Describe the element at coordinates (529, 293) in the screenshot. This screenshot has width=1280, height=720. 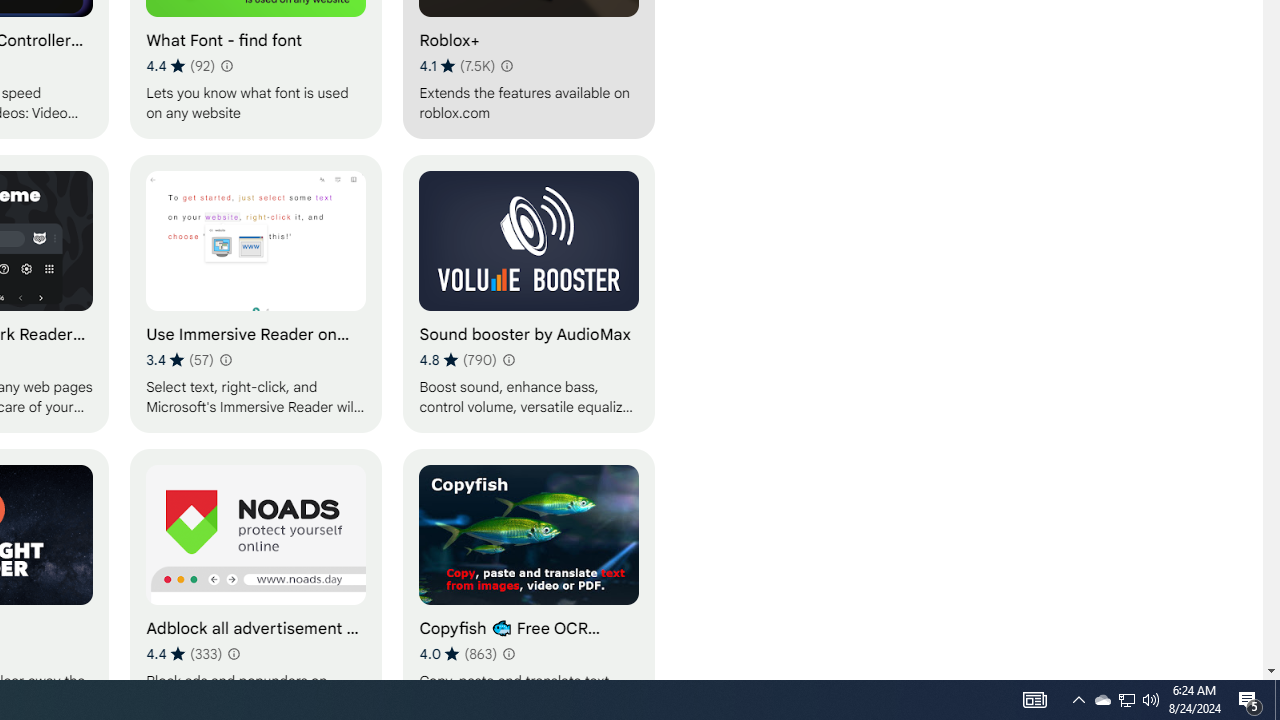
I see `'Sound booster by AudioMax'` at that location.